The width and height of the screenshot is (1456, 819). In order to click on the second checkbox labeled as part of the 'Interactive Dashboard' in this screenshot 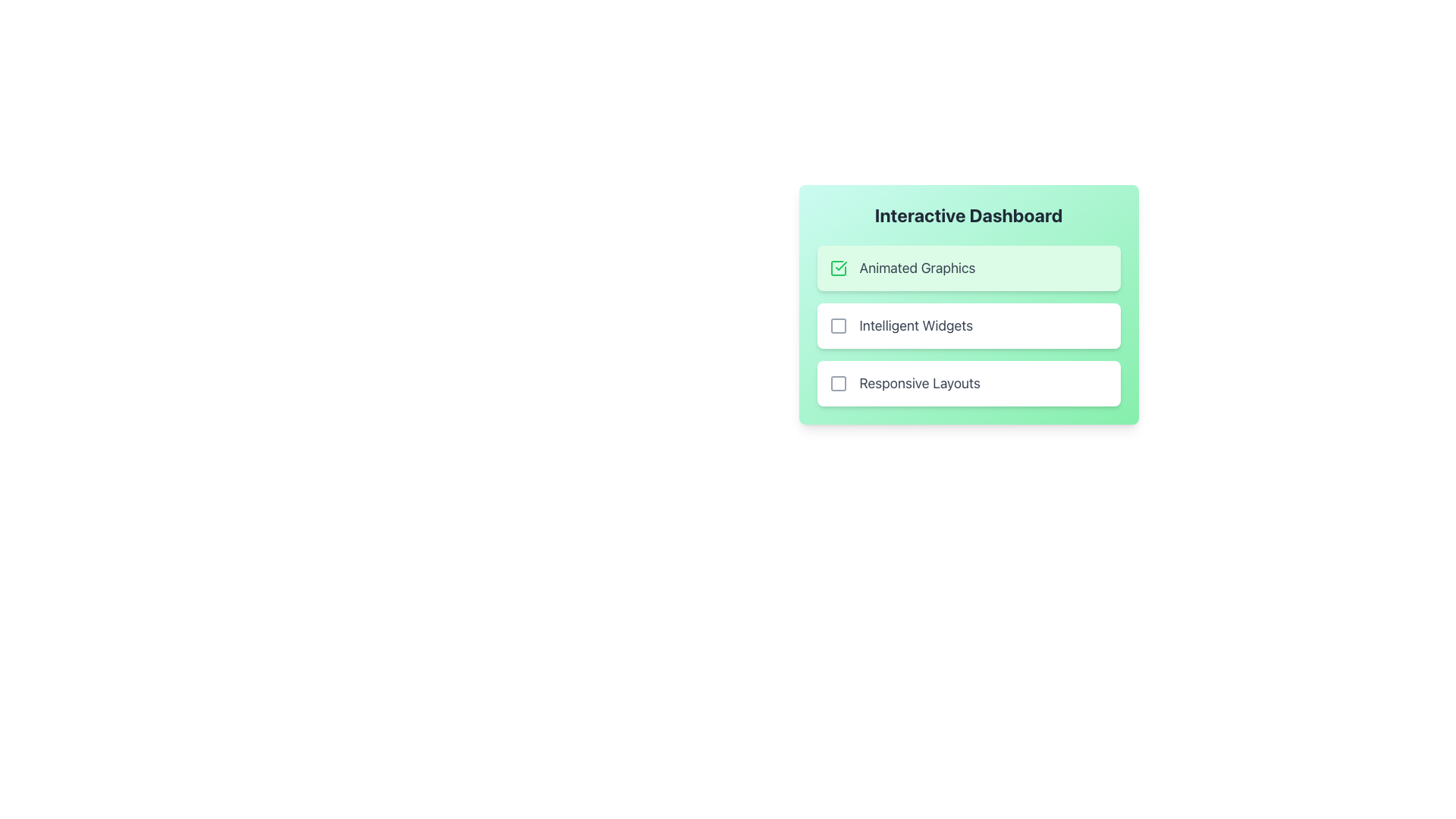, I will do `click(901, 325)`.